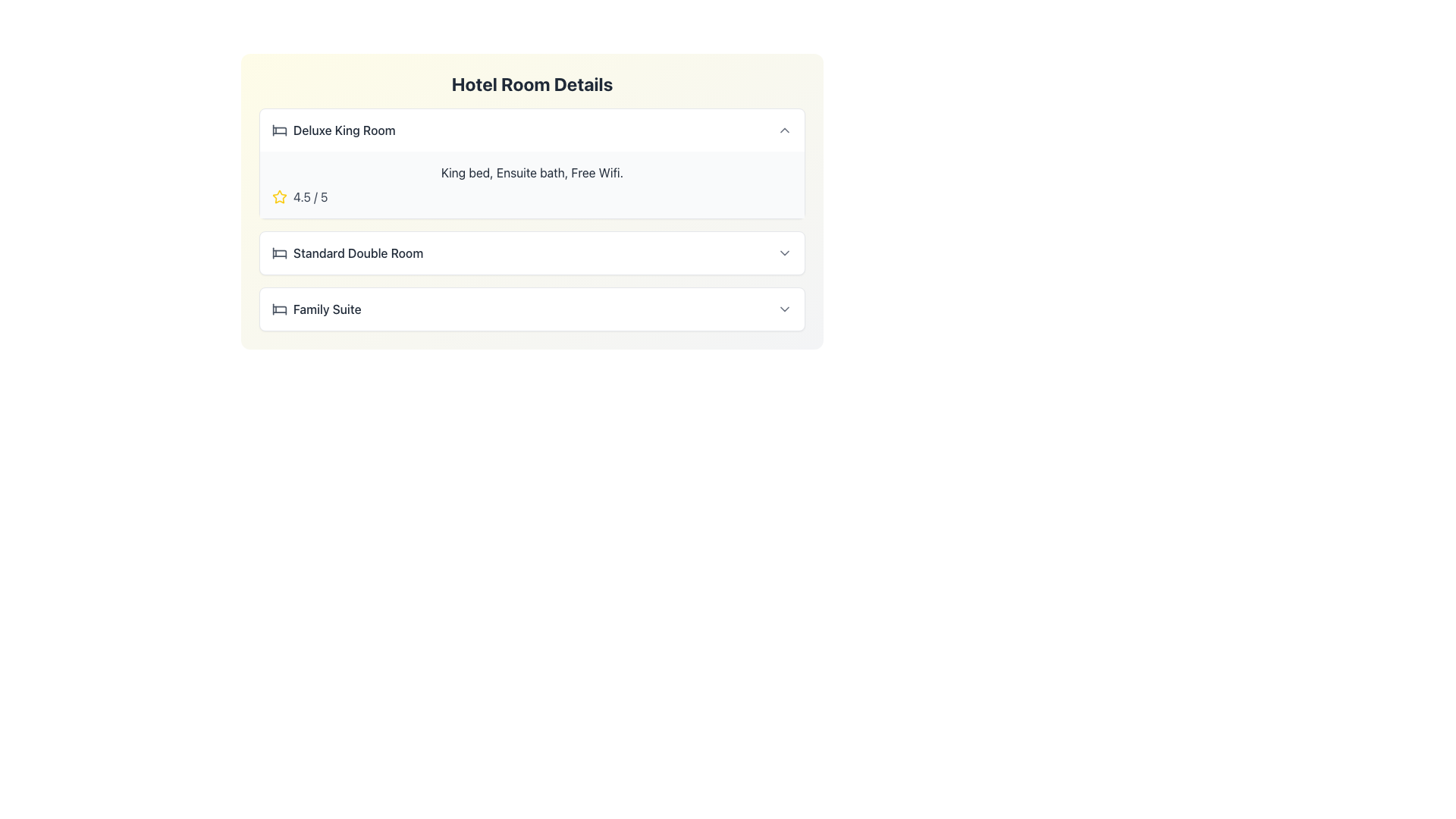 This screenshot has width=1456, height=819. I want to click on the chevron icon located on the right side of the 'Family Suite' section to expand or collapse its details, so click(785, 309).